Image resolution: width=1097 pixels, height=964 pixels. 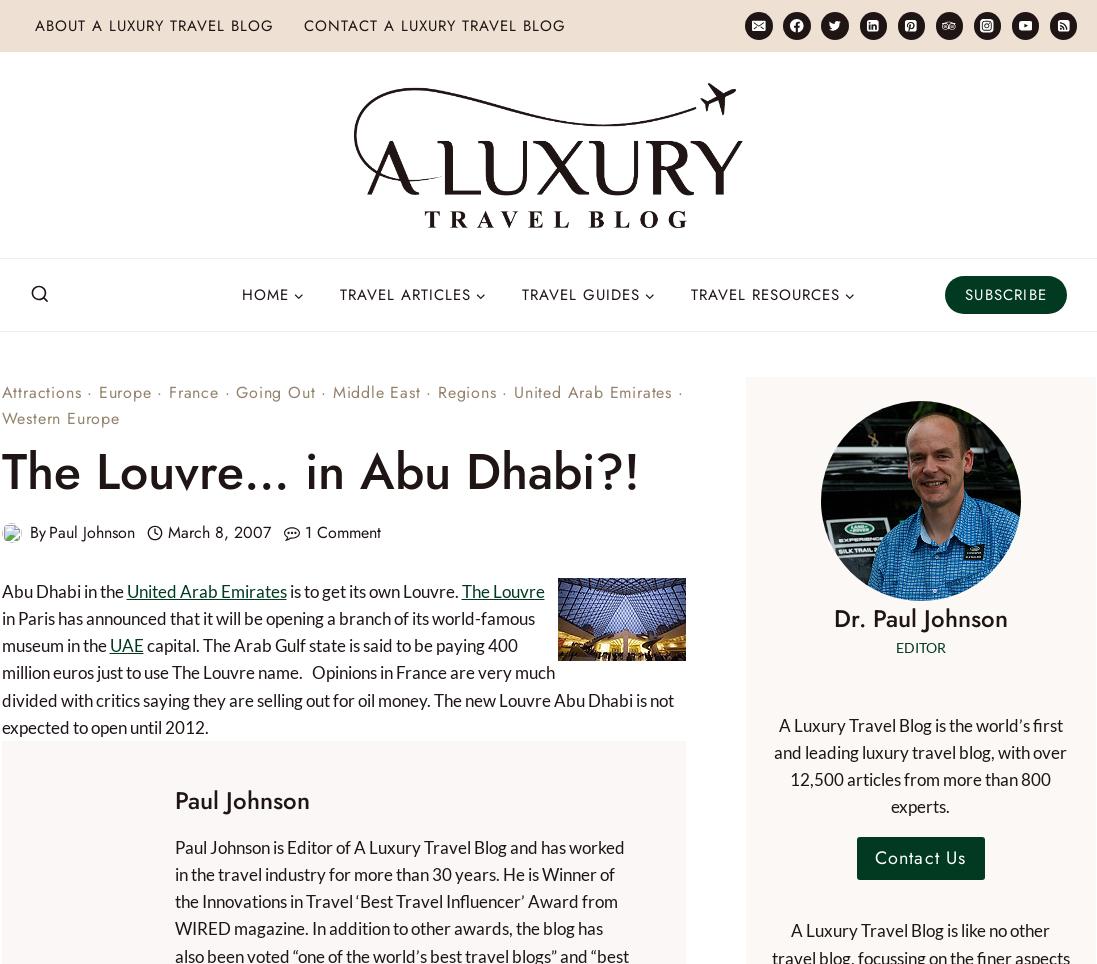 I want to click on '1 Comment', so click(x=342, y=532).